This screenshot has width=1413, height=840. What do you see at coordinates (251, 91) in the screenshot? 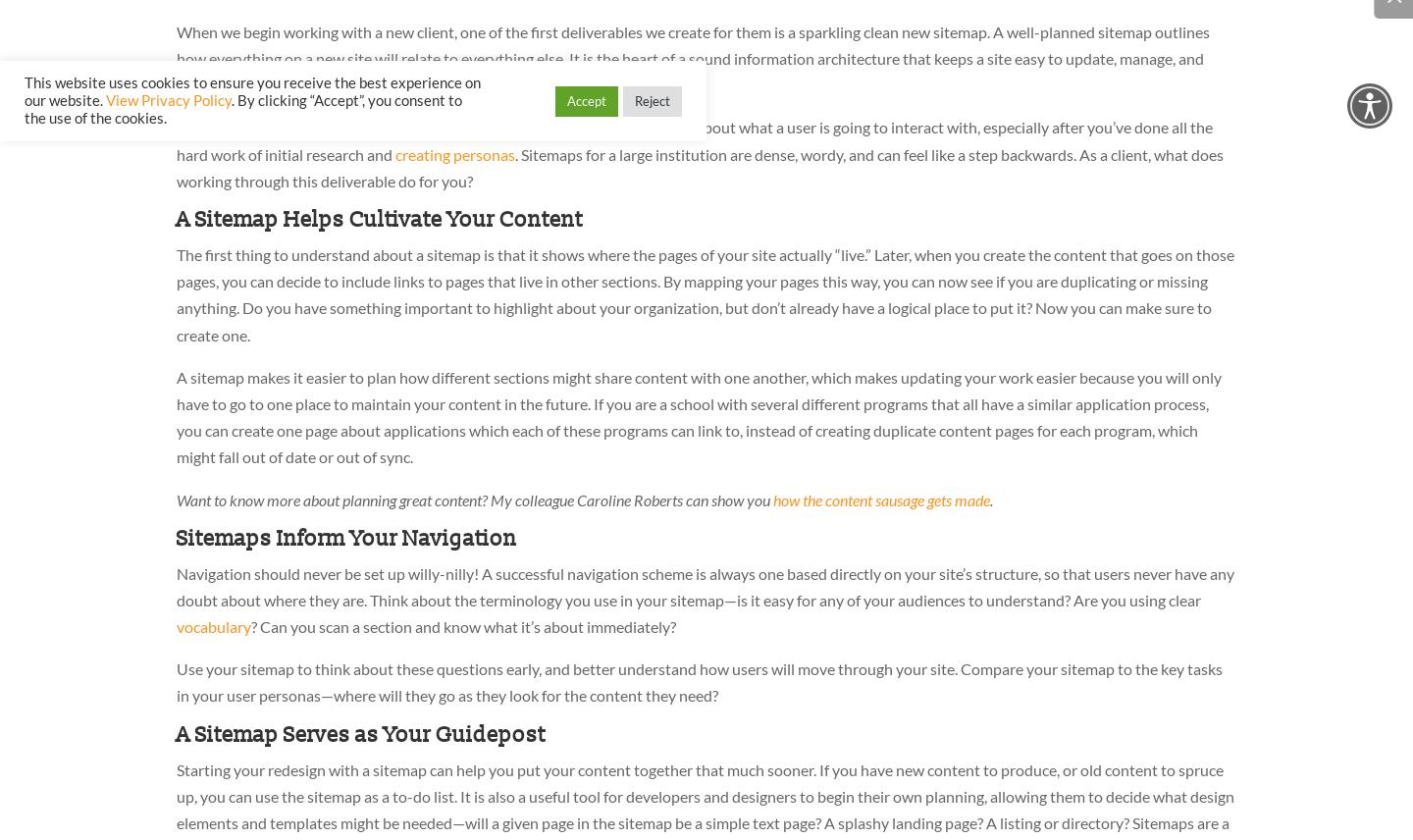
I see `'This website uses cookies to ensure you receive the best experience on our website.'` at bounding box center [251, 91].